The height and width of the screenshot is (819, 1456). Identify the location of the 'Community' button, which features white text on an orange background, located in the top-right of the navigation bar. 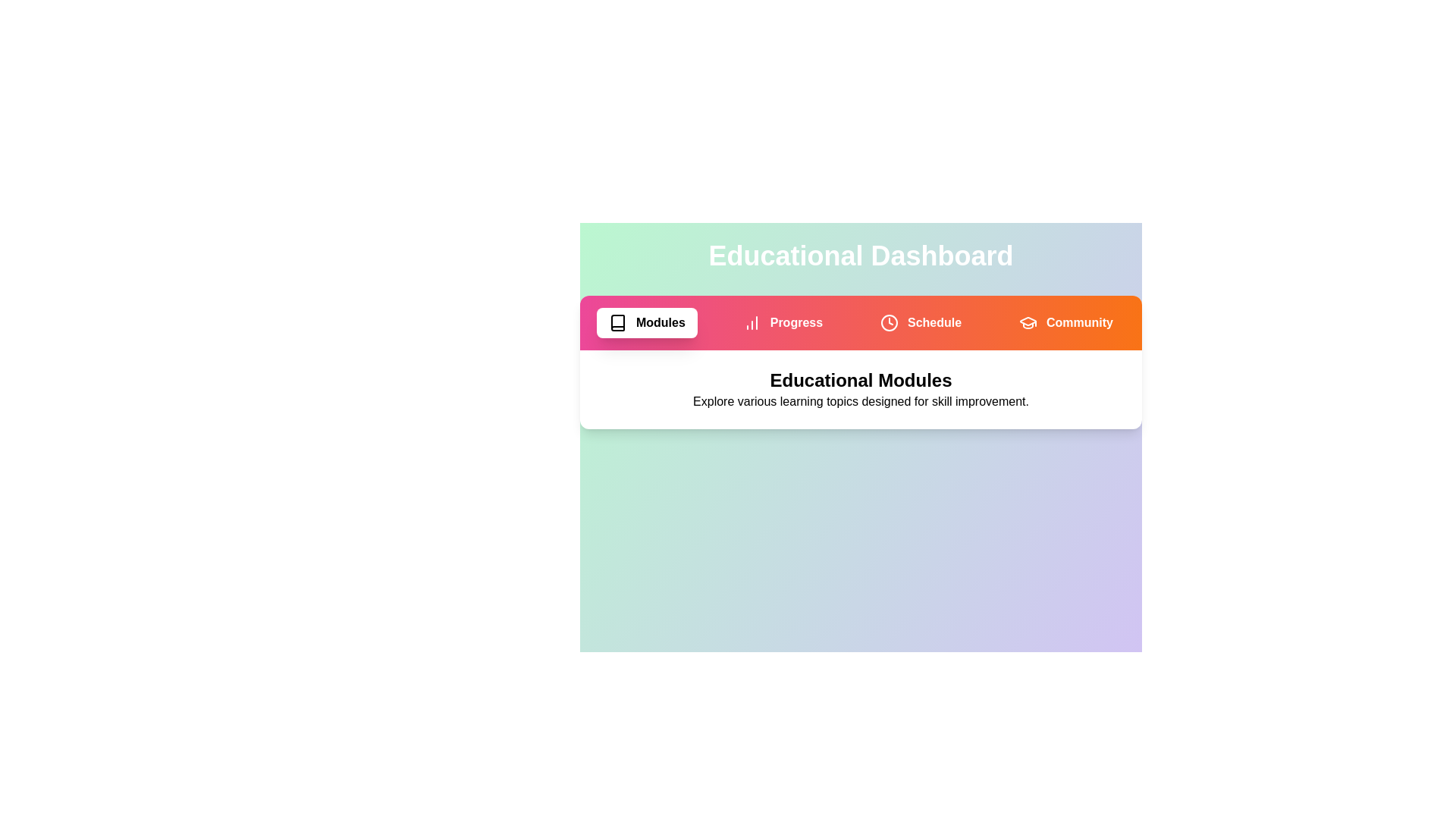
(1079, 322).